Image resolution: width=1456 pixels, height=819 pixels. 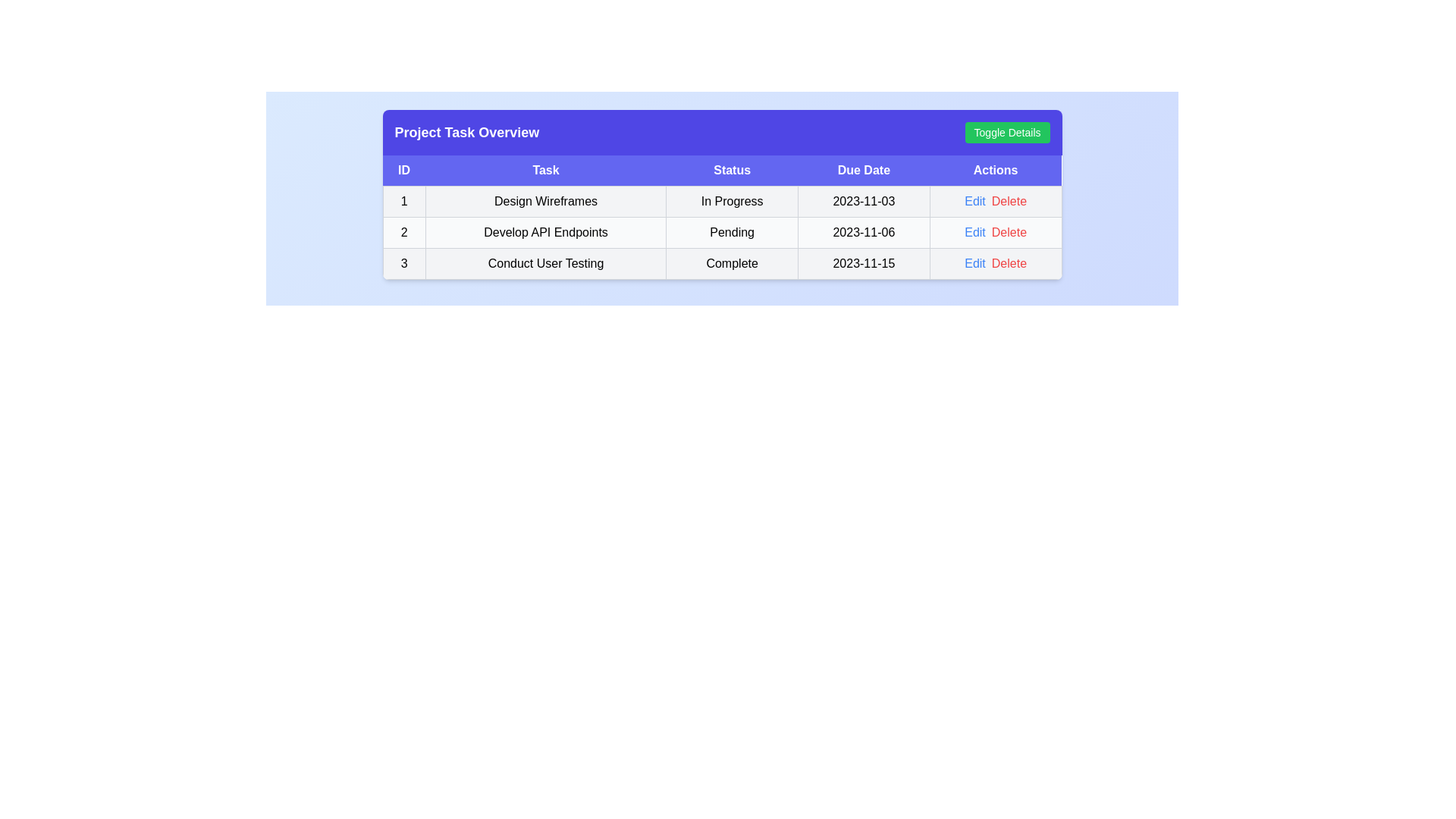 What do you see at coordinates (721, 201) in the screenshot?
I see `the row corresponding to task ID 1 to highlight it` at bounding box center [721, 201].